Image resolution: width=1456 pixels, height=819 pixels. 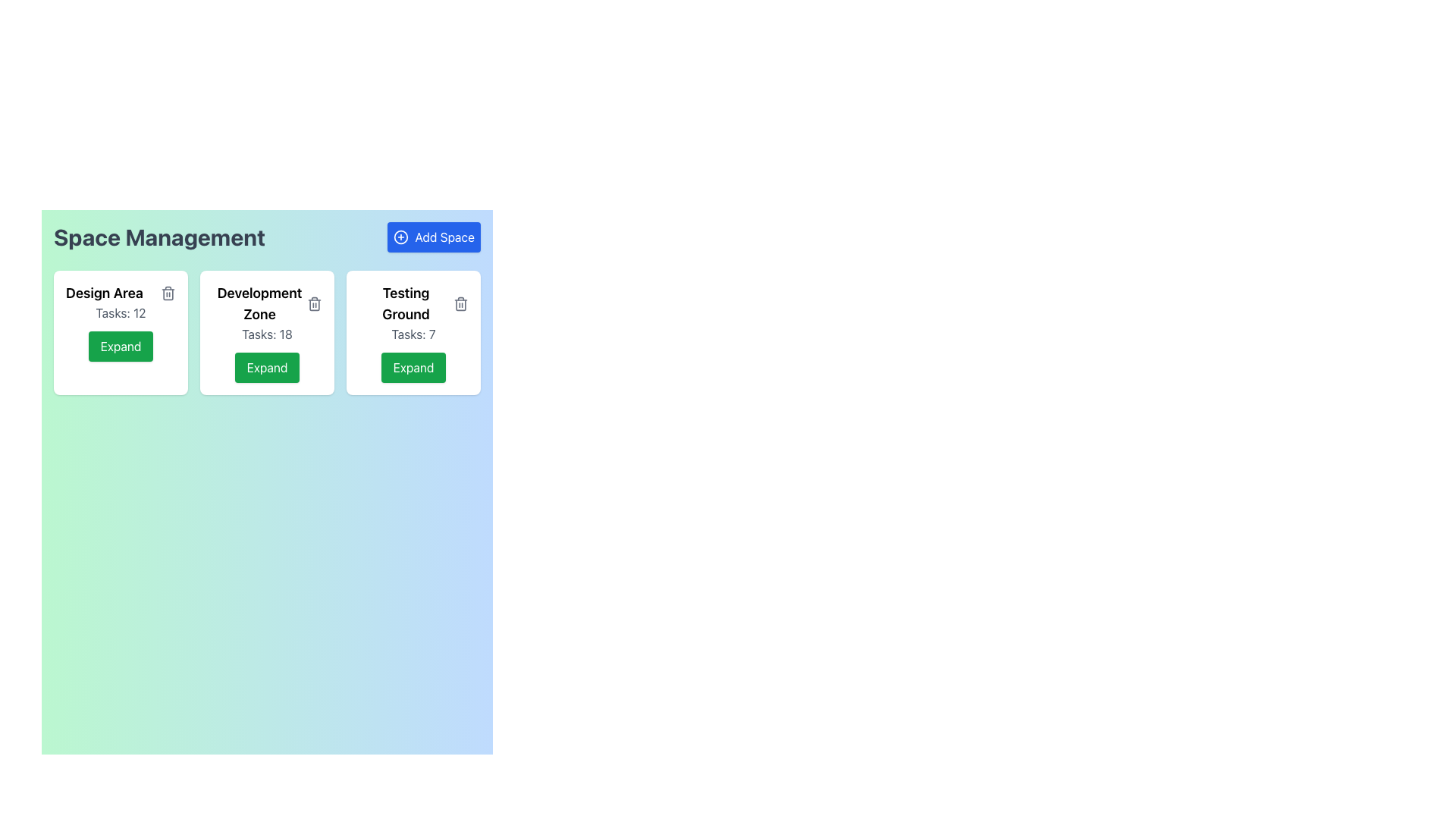 I want to click on the Button in the 'Development Zone' card located below the text 'Tasks: 18', so click(x=267, y=368).